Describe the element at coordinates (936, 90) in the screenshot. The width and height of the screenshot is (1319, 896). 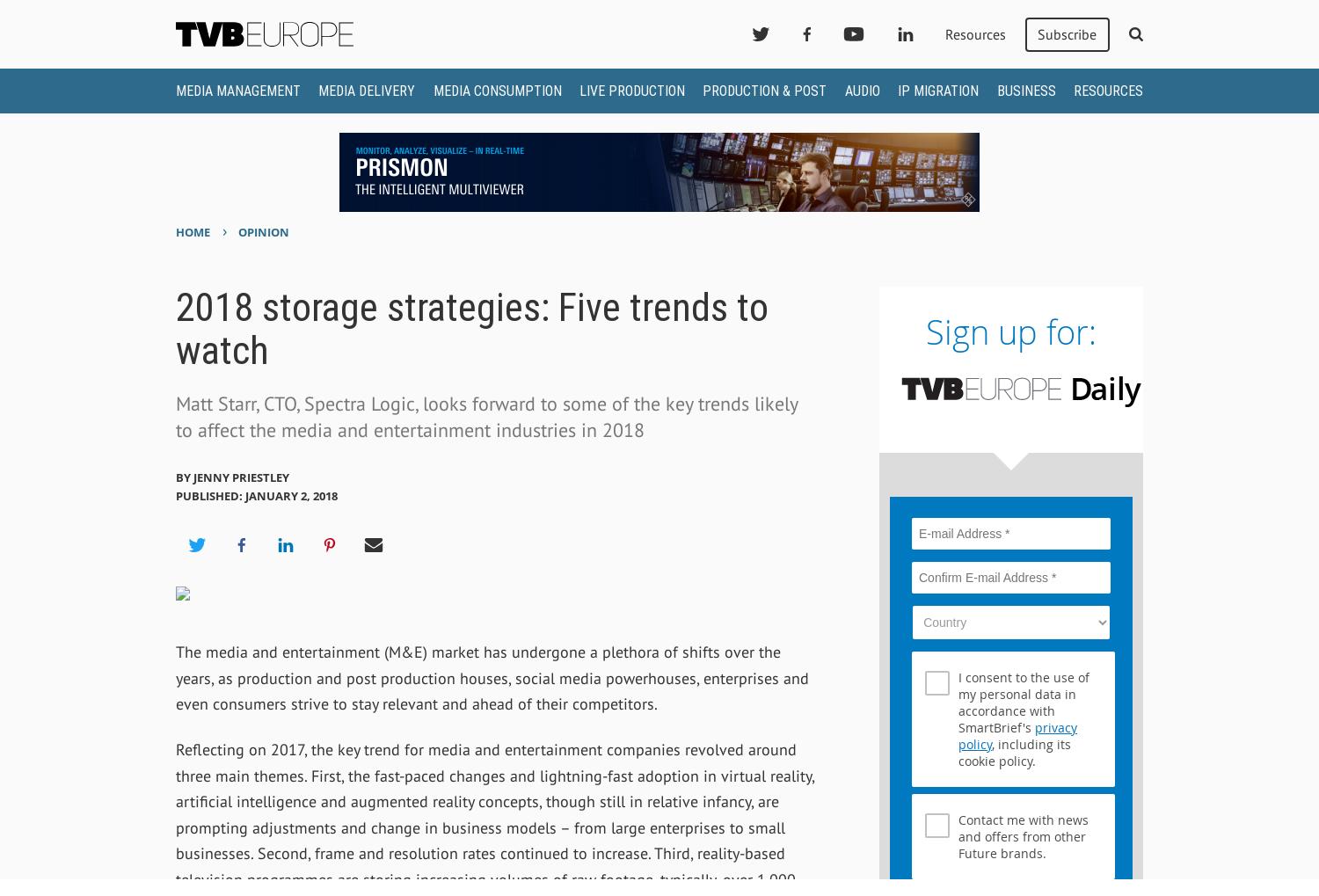
I see `'IP Migration'` at that location.